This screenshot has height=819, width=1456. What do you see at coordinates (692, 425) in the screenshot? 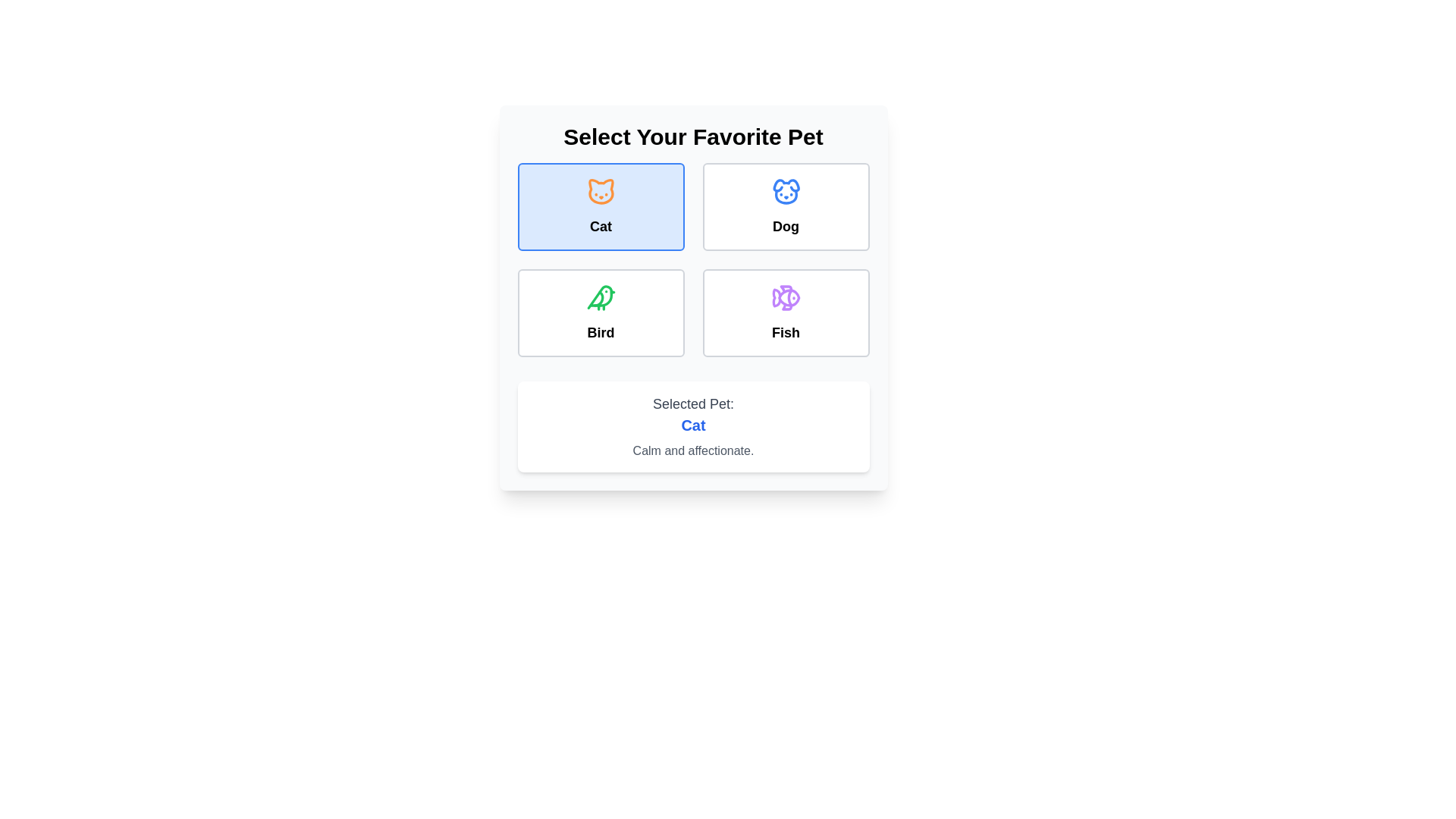
I see `text displayed in the label indicating the currently selected pet option, which is located below 'Selected Pet:' and above 'Calm and affectionate.'` at bounding box center [692, 425].